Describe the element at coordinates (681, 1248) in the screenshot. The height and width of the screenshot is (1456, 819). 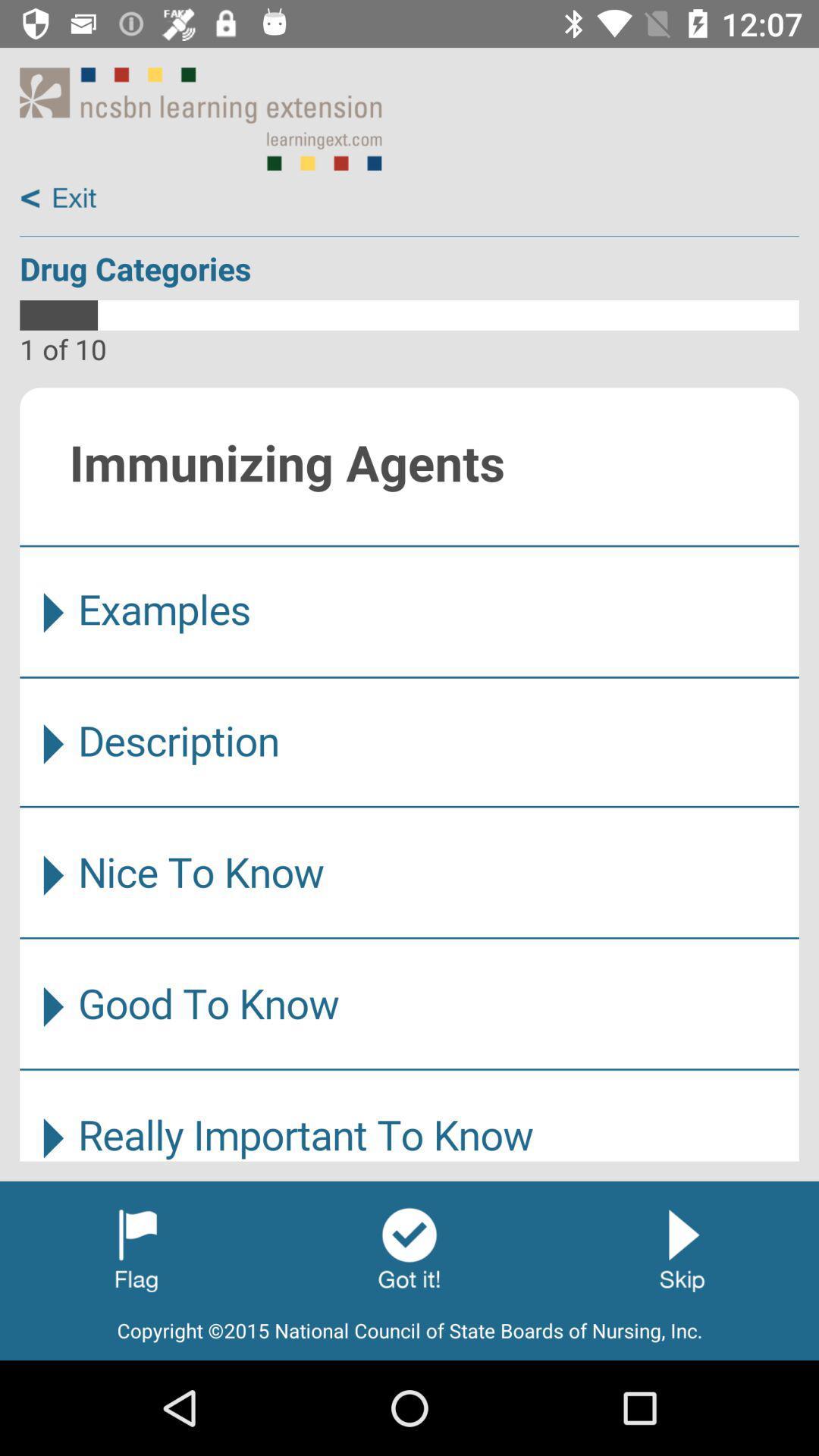
I see `skip category` at that location.